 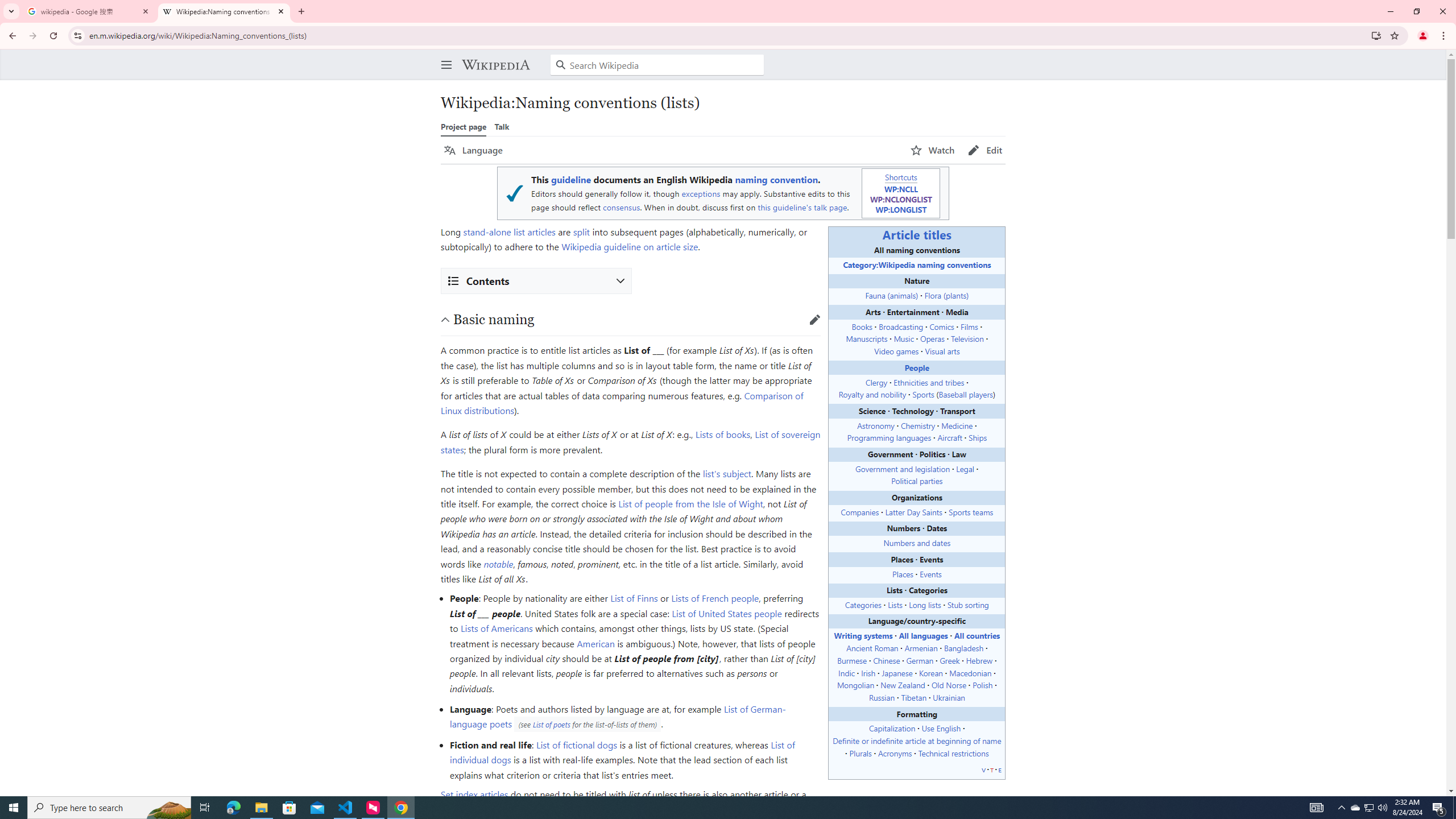 What do you see at coordinates (916, 424) in the screenshot?
I see `'Chemistry'` at bounding box center [916, 424].